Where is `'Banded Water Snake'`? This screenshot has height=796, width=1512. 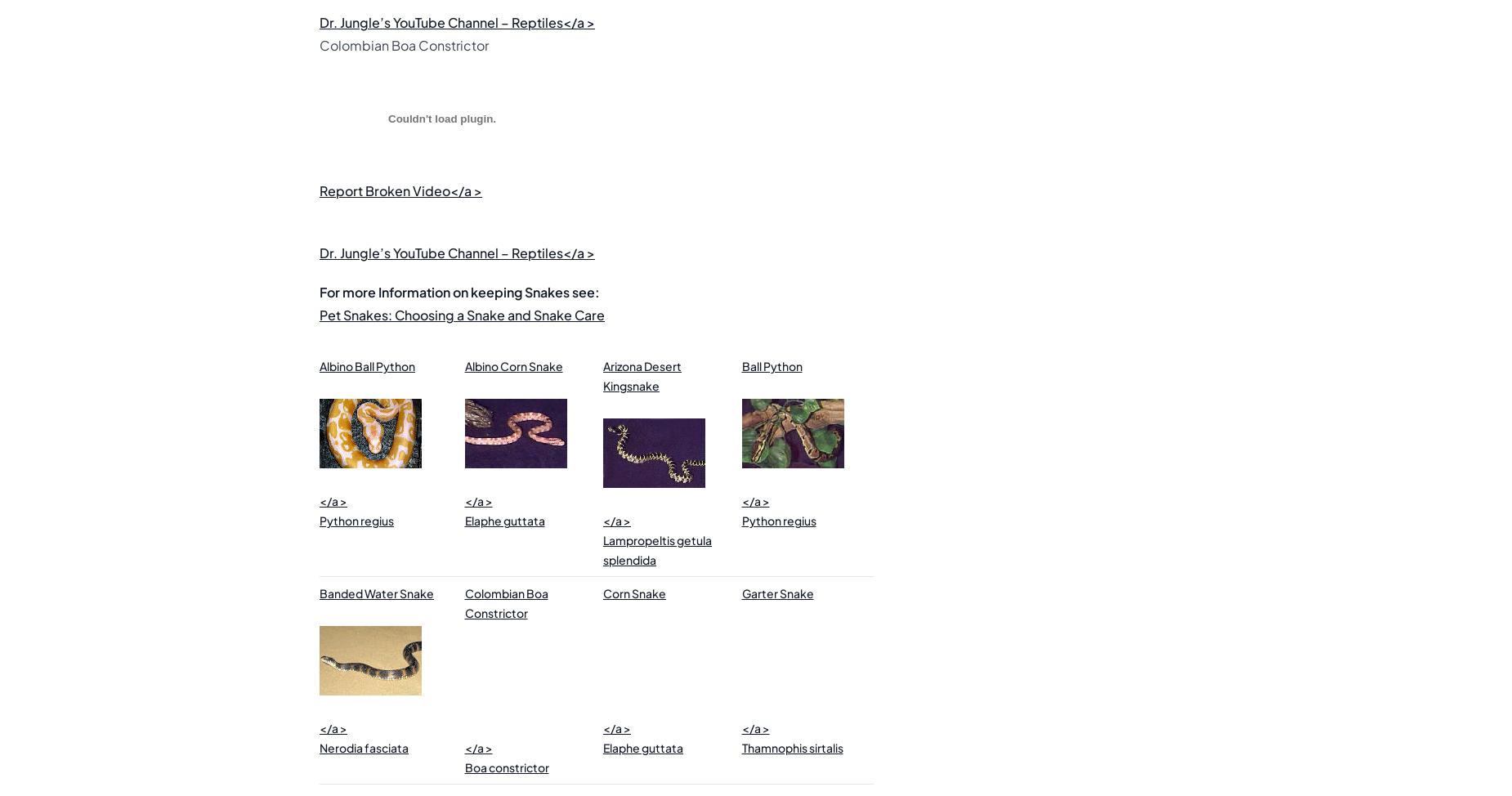
'Banded Water Snake' is located at coordinates (376, 593).